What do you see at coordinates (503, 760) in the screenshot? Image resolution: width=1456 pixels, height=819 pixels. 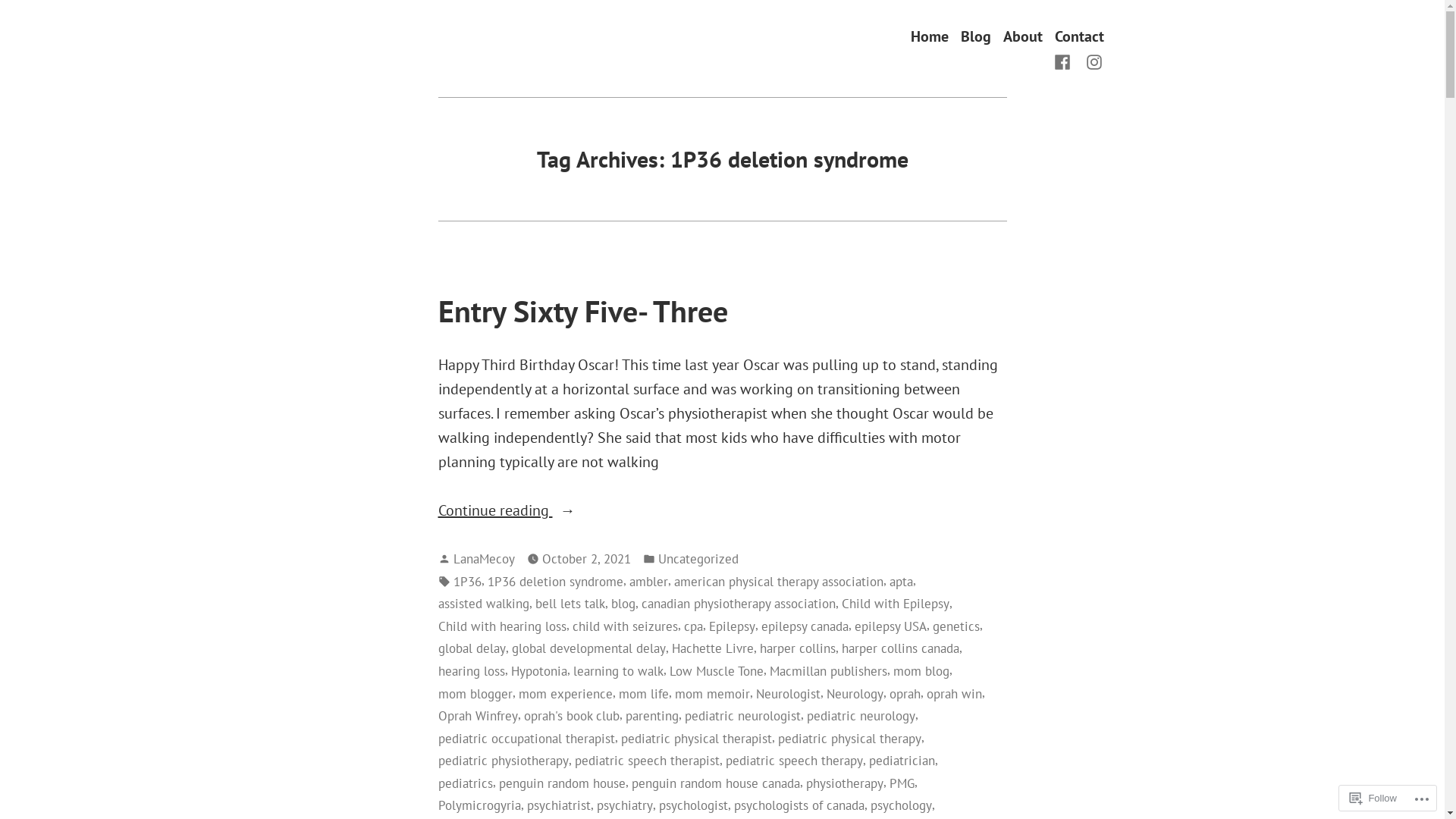 I see `'pediatric physiotherapy'` at bounding box center [503, 760].